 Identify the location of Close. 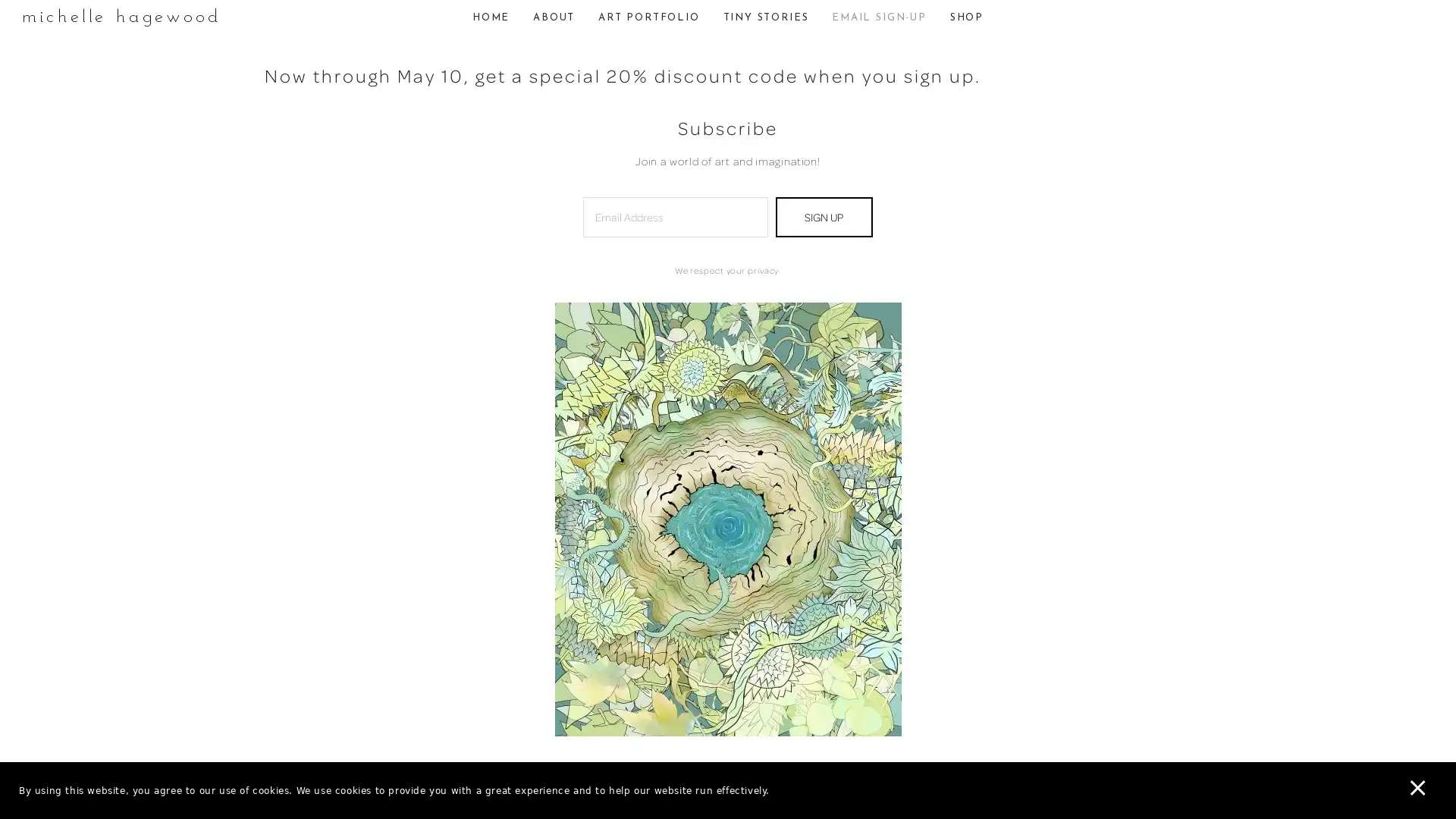
(945, 249).